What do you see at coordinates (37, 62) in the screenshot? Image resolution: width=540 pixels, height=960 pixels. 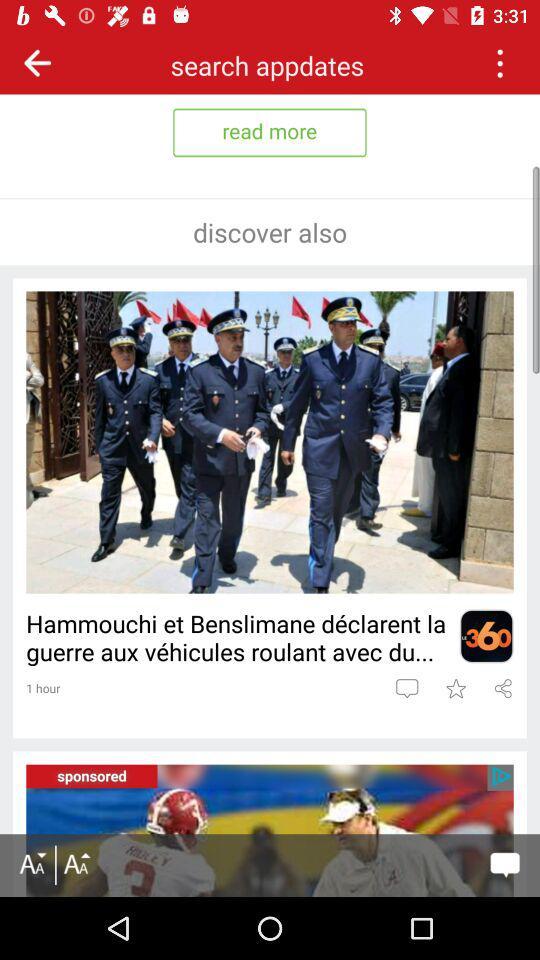 I see `the arrow_backward icon` at bounding box center [37, 62].